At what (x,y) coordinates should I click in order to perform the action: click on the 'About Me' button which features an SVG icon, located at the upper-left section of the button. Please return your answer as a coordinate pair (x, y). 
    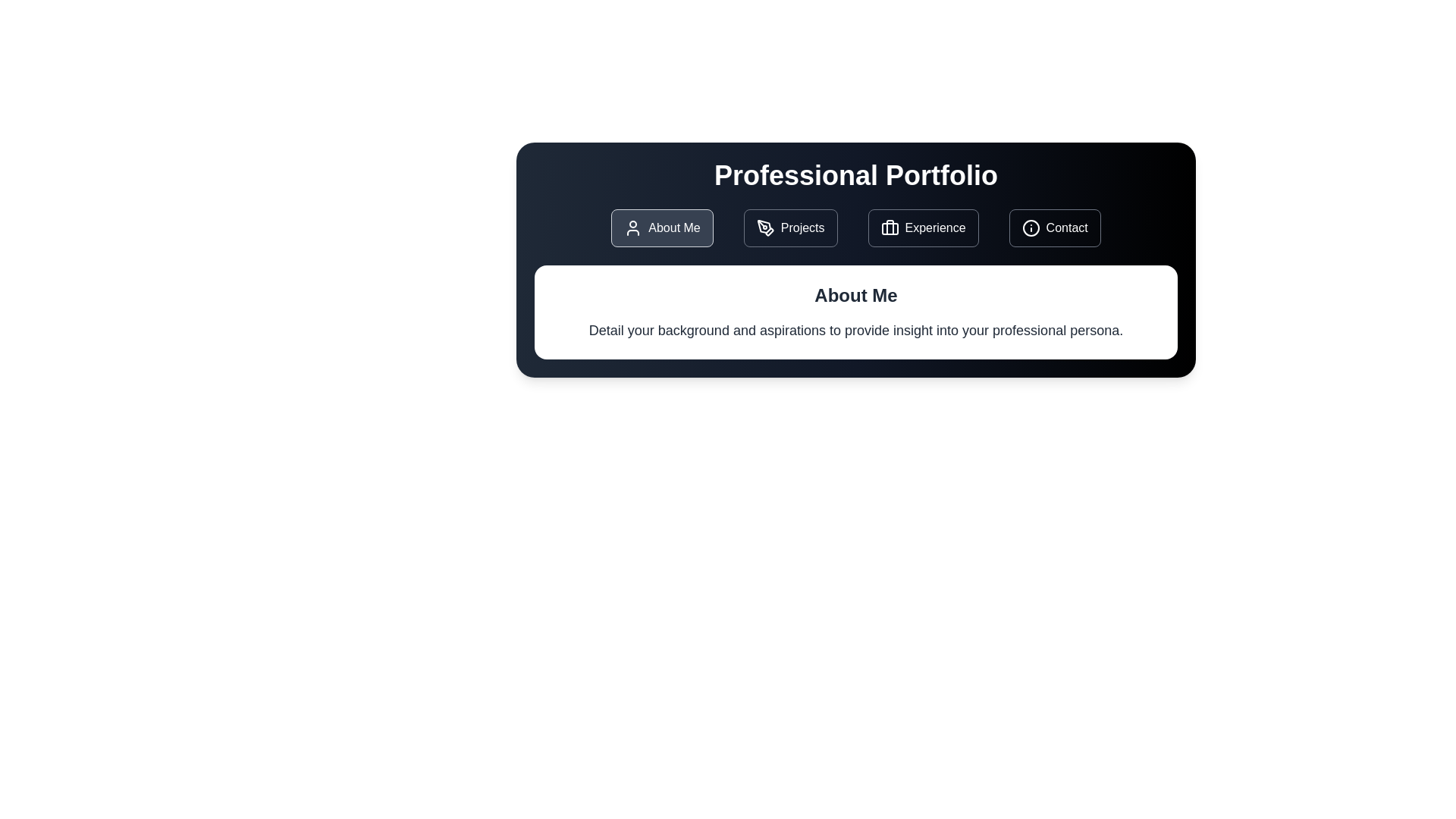
    Looking at the image, I should click on (633, 227).